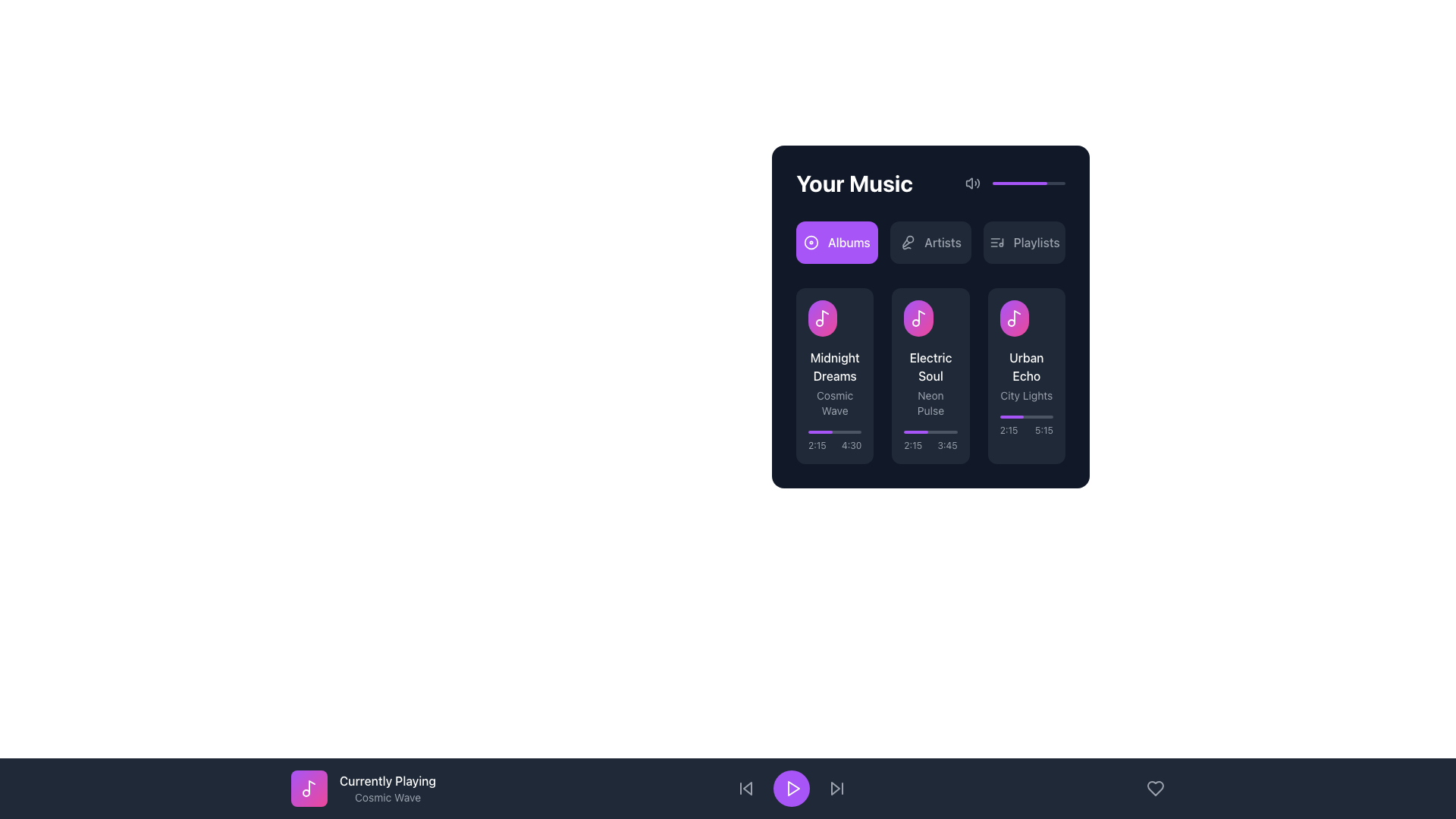 This screenshot has width=1456, height=819. Describe the element at coordinates (1021, 183) in the screenshot. I see `the volume slider` at that location.